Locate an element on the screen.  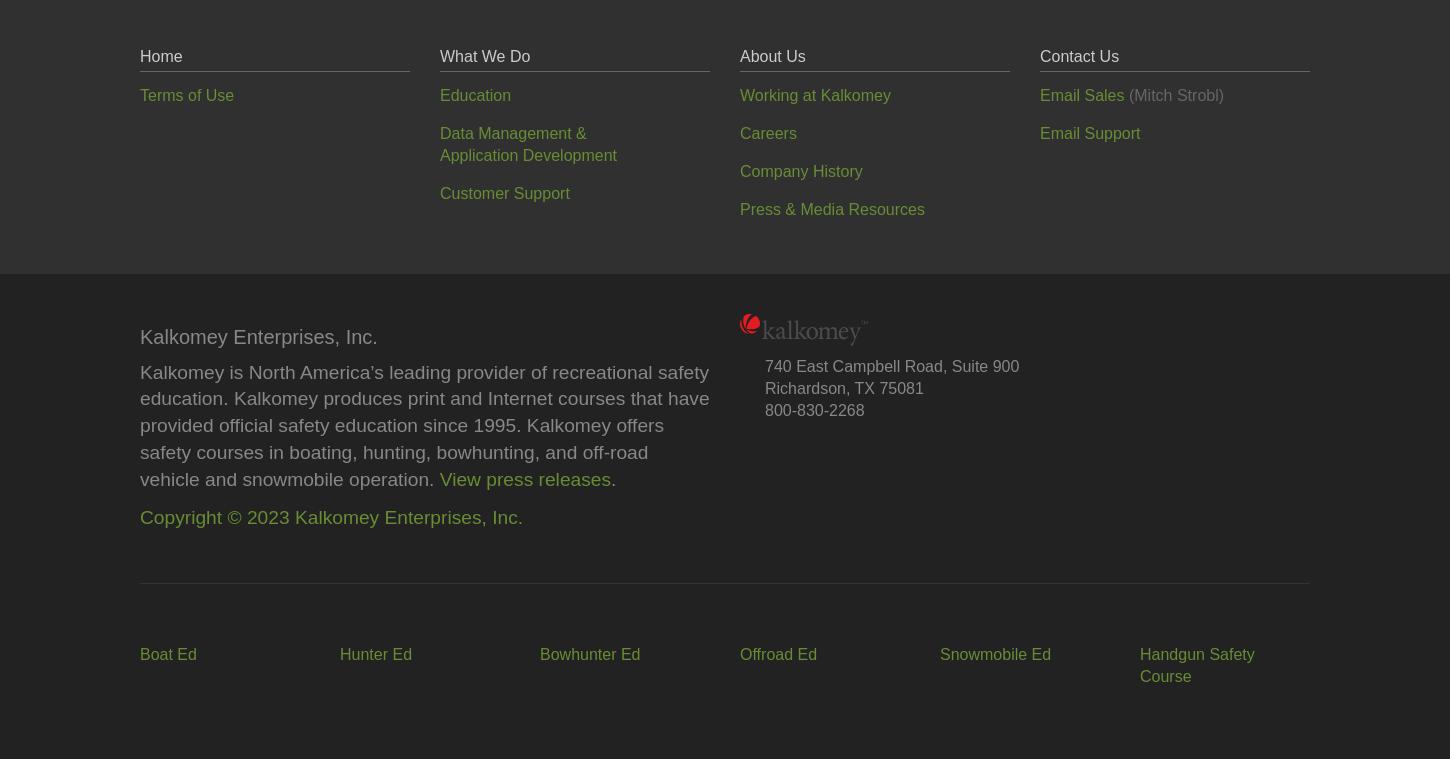
'Terms of Use' is located at coordinates (139, 93).